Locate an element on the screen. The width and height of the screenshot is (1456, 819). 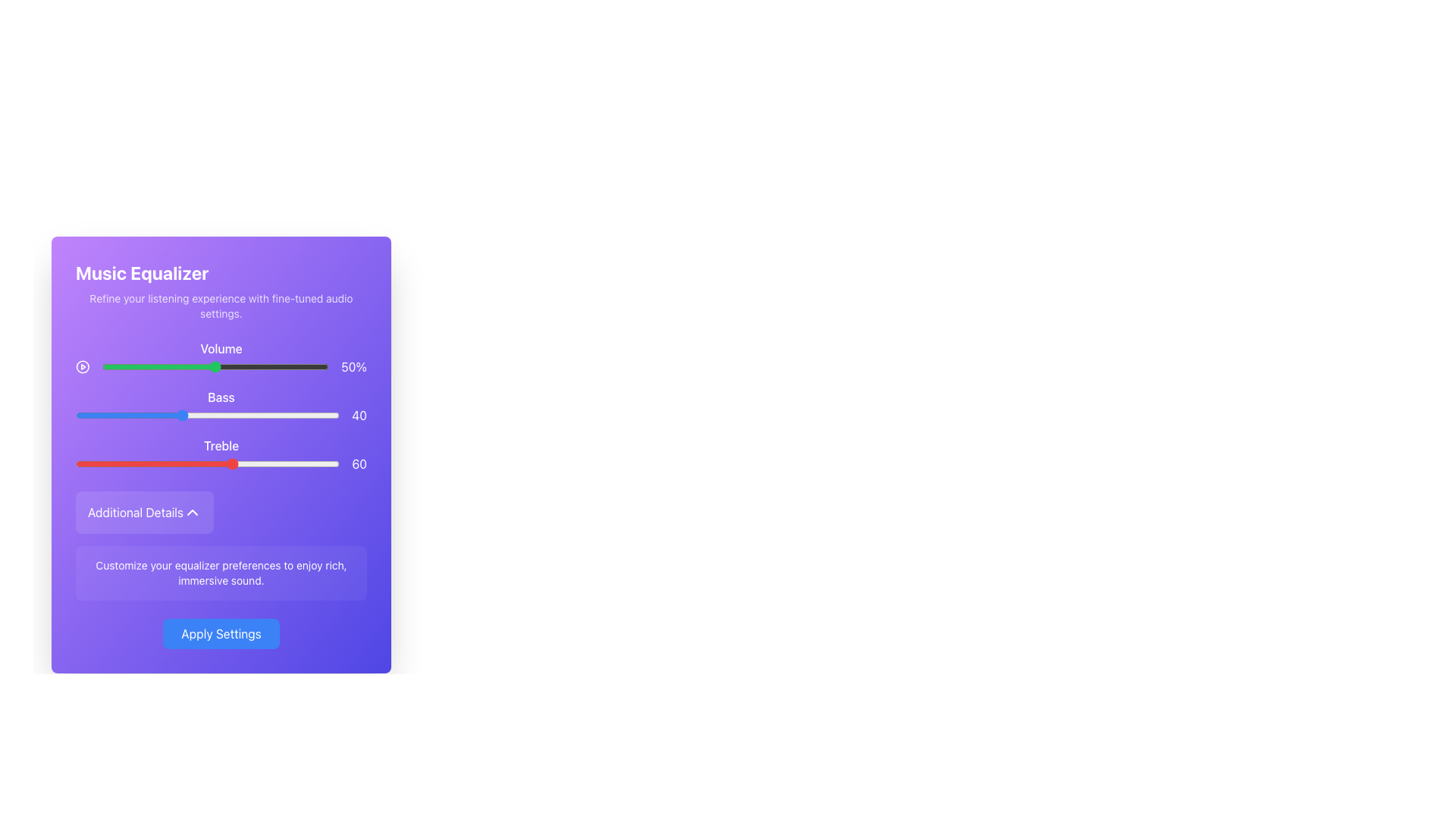
the treble is located at coordinates (130, 463).